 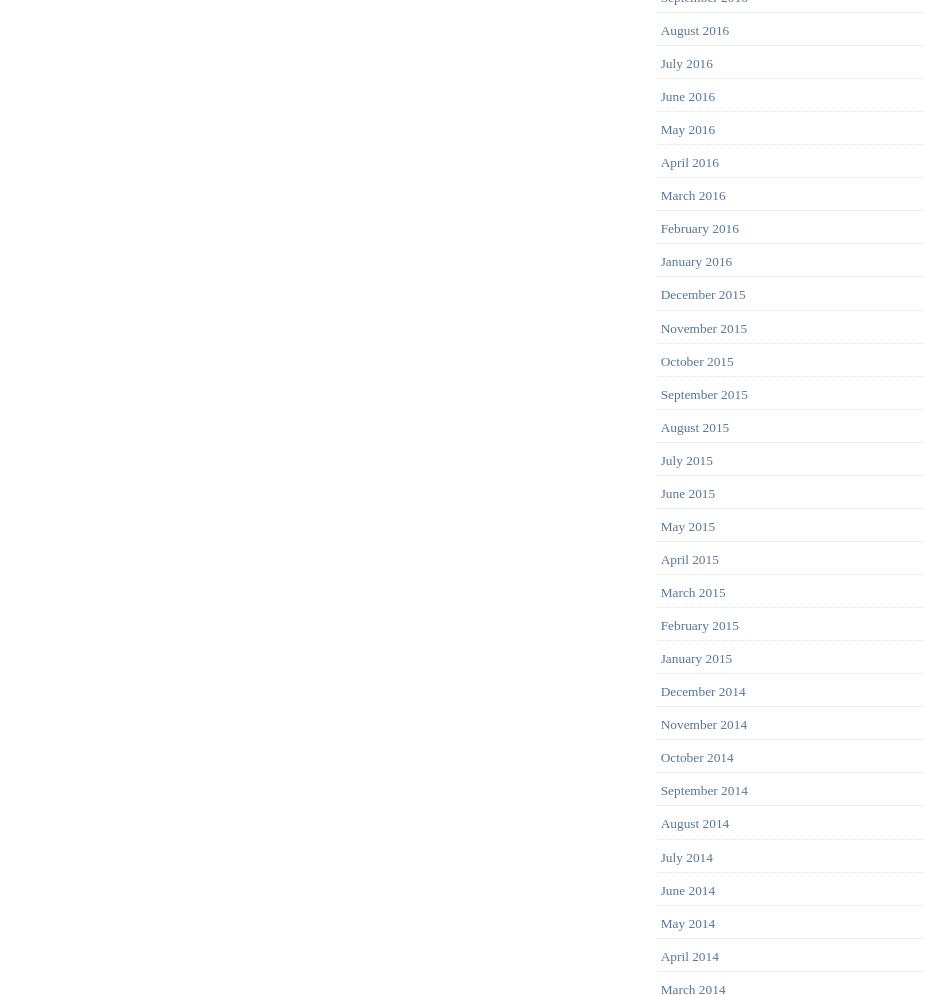 I want to click on 'April 2014', so click(x=688, y=955).